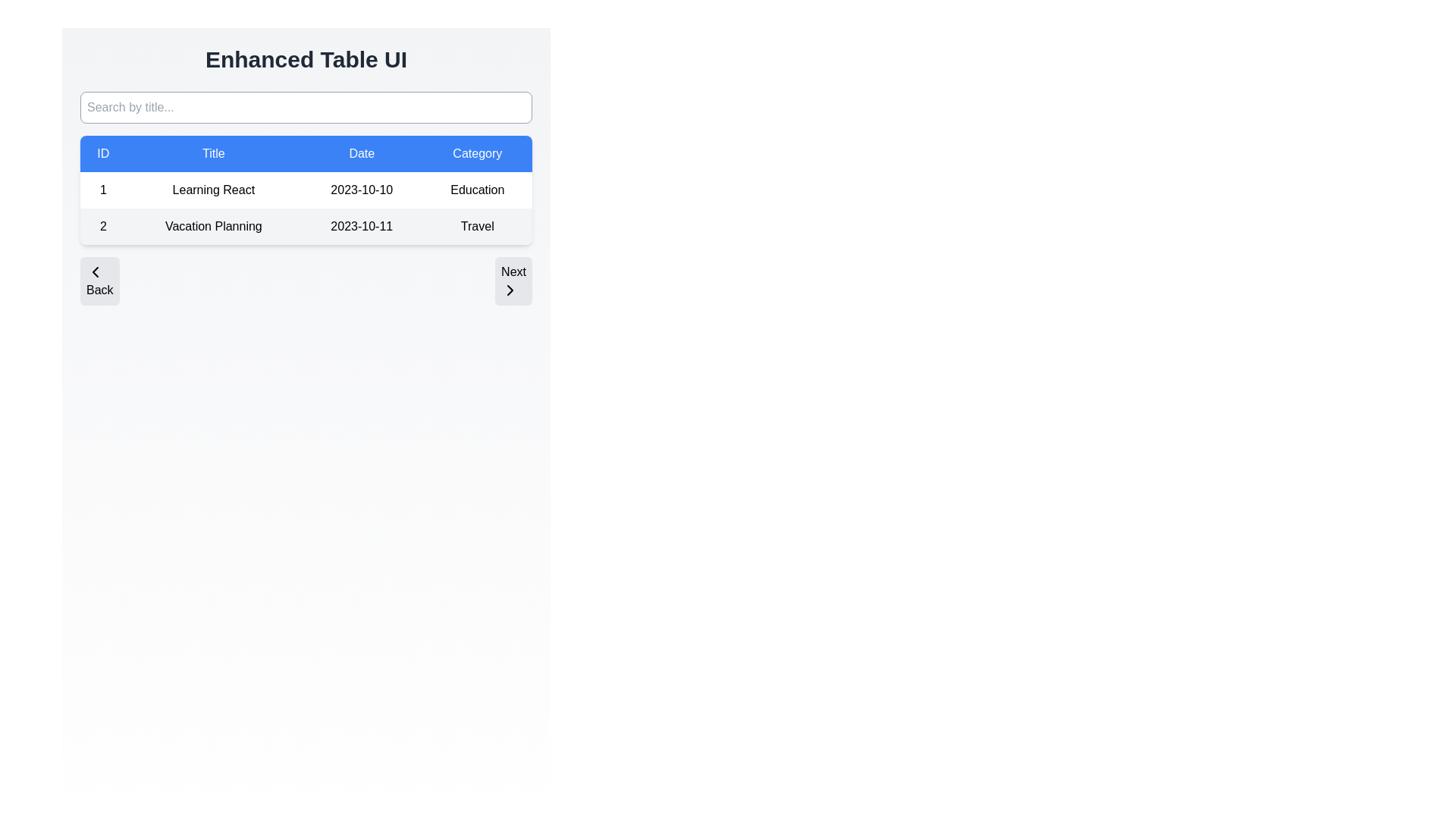  Describe the element at coordinates (102, 189) in the screenshot. I see `the numeral '1' displayed in a bold font within its unique cell in the first column of the table` at that location.